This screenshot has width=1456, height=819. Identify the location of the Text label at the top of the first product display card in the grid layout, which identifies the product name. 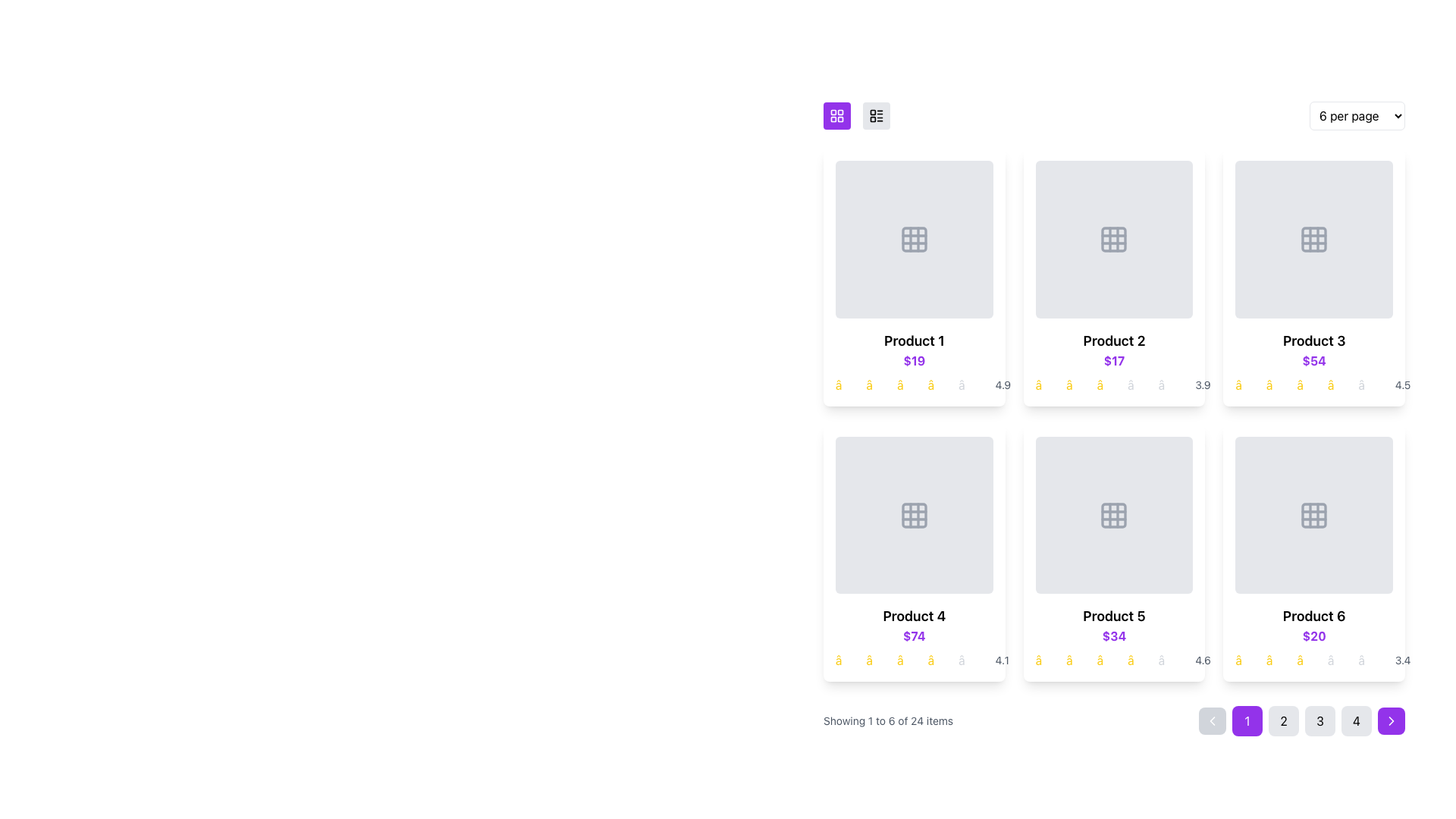
(913, 340).